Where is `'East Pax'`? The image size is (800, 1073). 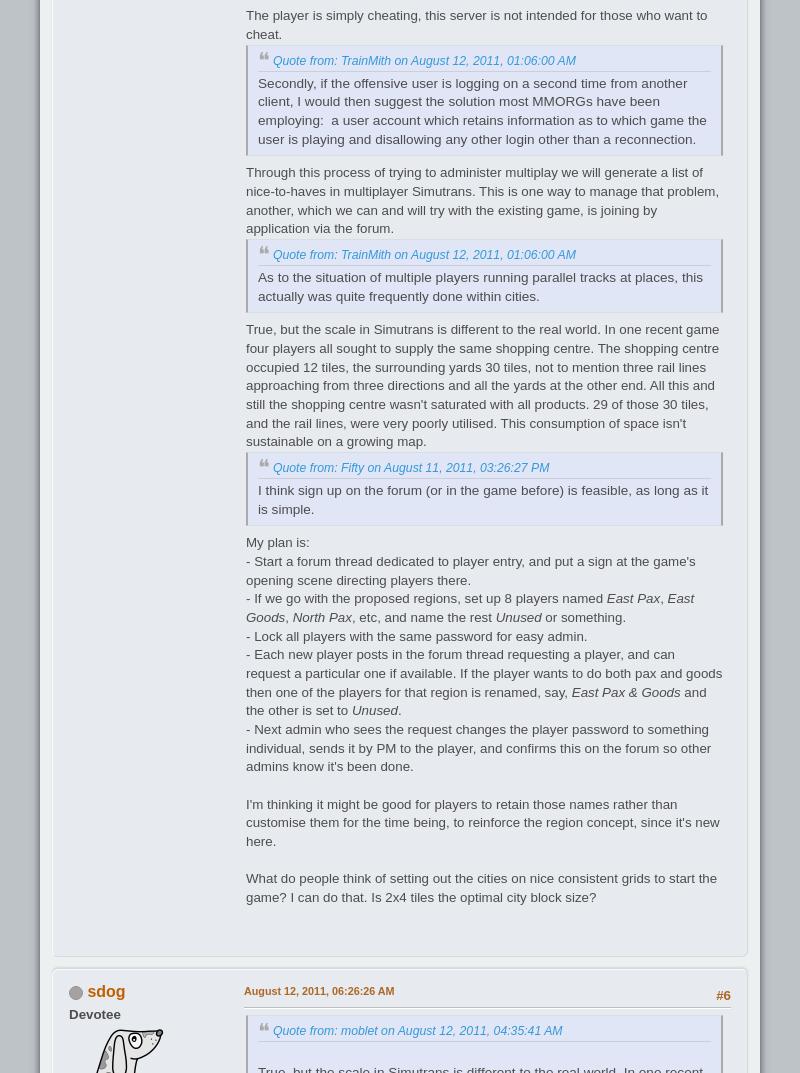 'East Pax' is located at coordinates (633, 597).